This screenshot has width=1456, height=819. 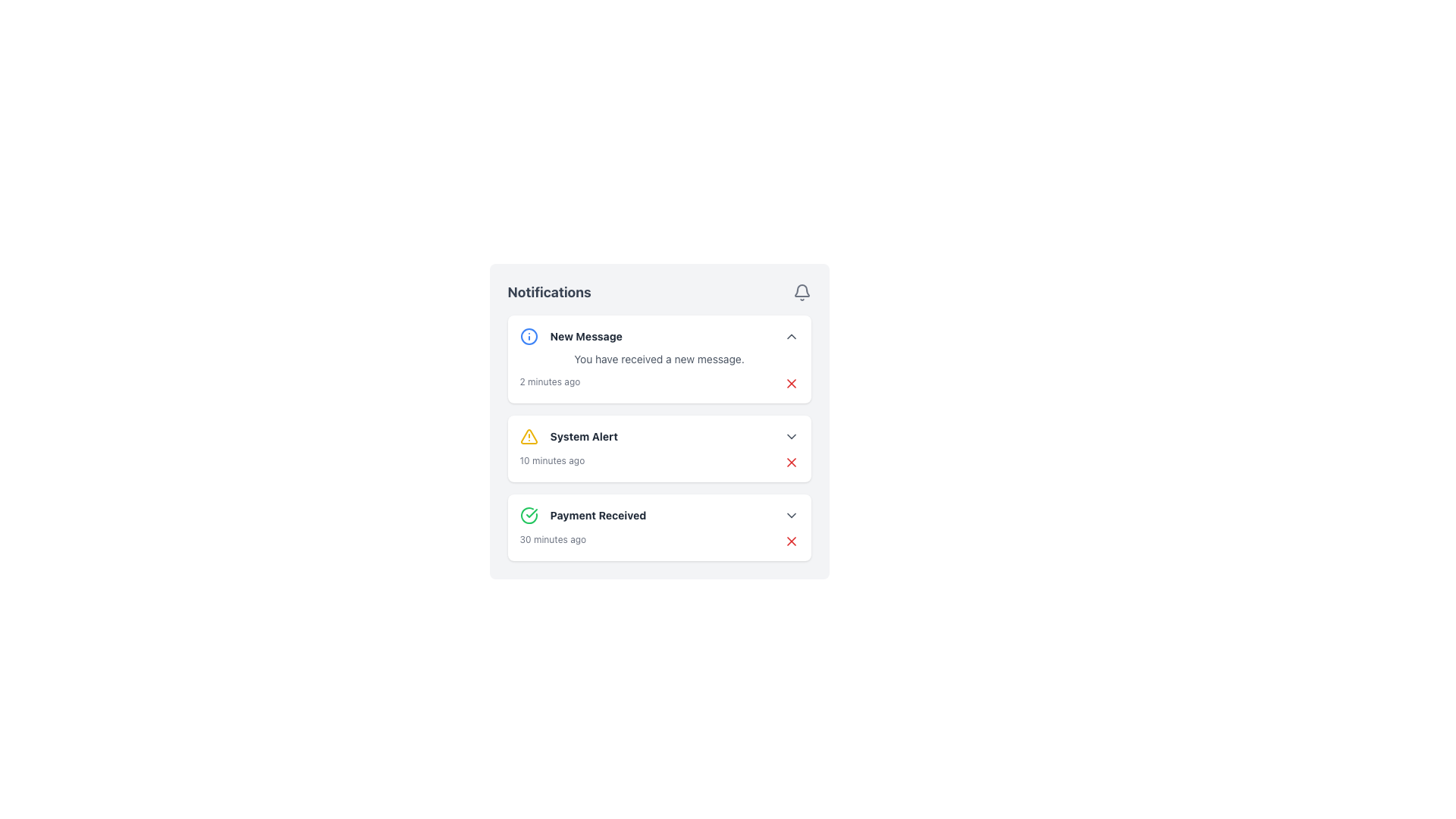 What do you see at coordinates (552, 540) in the screenshot?
I see `the text label that reads '30 minutes ago' in muted gray color, located at the bottom-right corner of the 'Payment Received' notification box` at bounding box center [552, 540].